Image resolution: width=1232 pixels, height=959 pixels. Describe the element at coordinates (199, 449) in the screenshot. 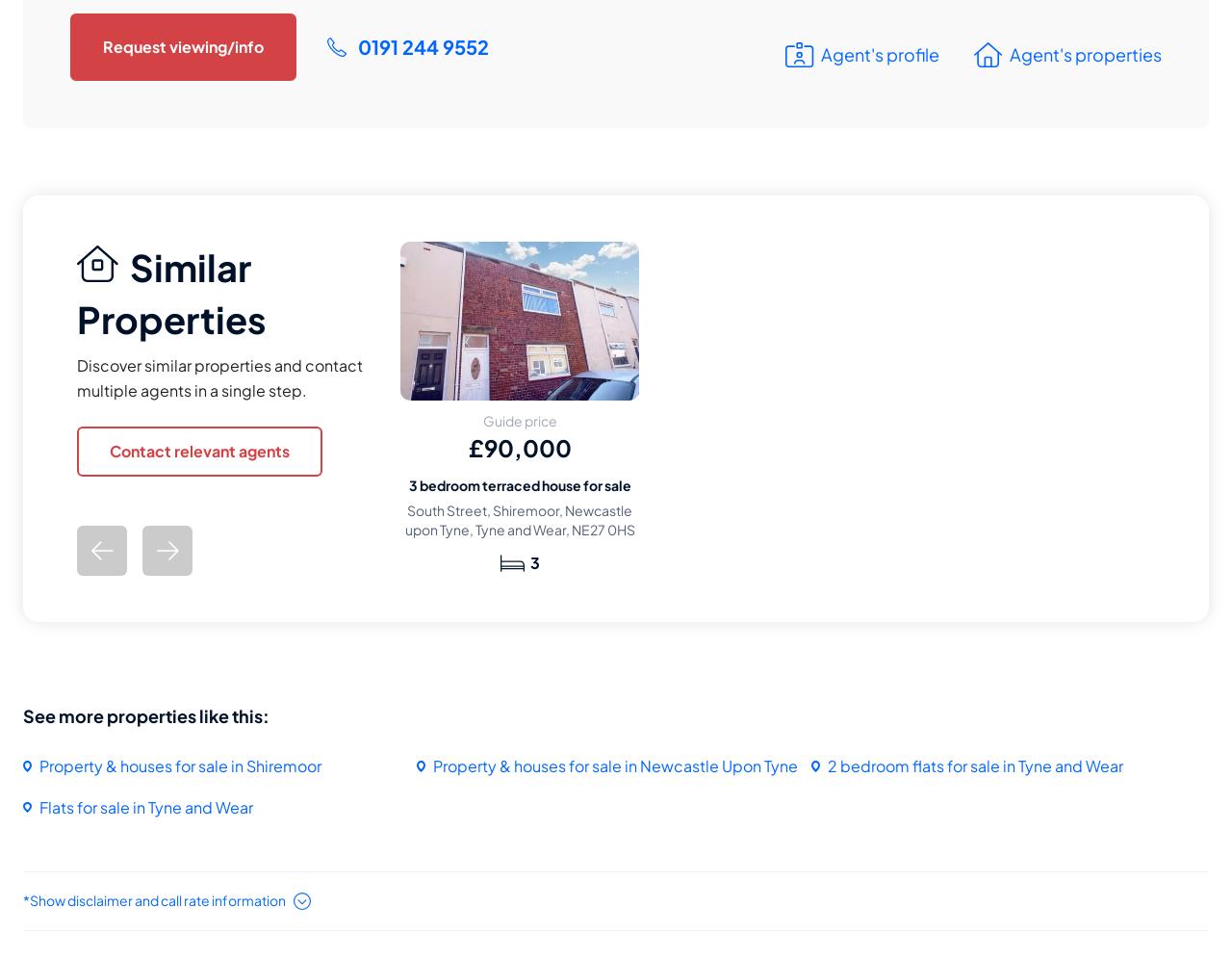

I see `'Contact relevant agents'` at that location.